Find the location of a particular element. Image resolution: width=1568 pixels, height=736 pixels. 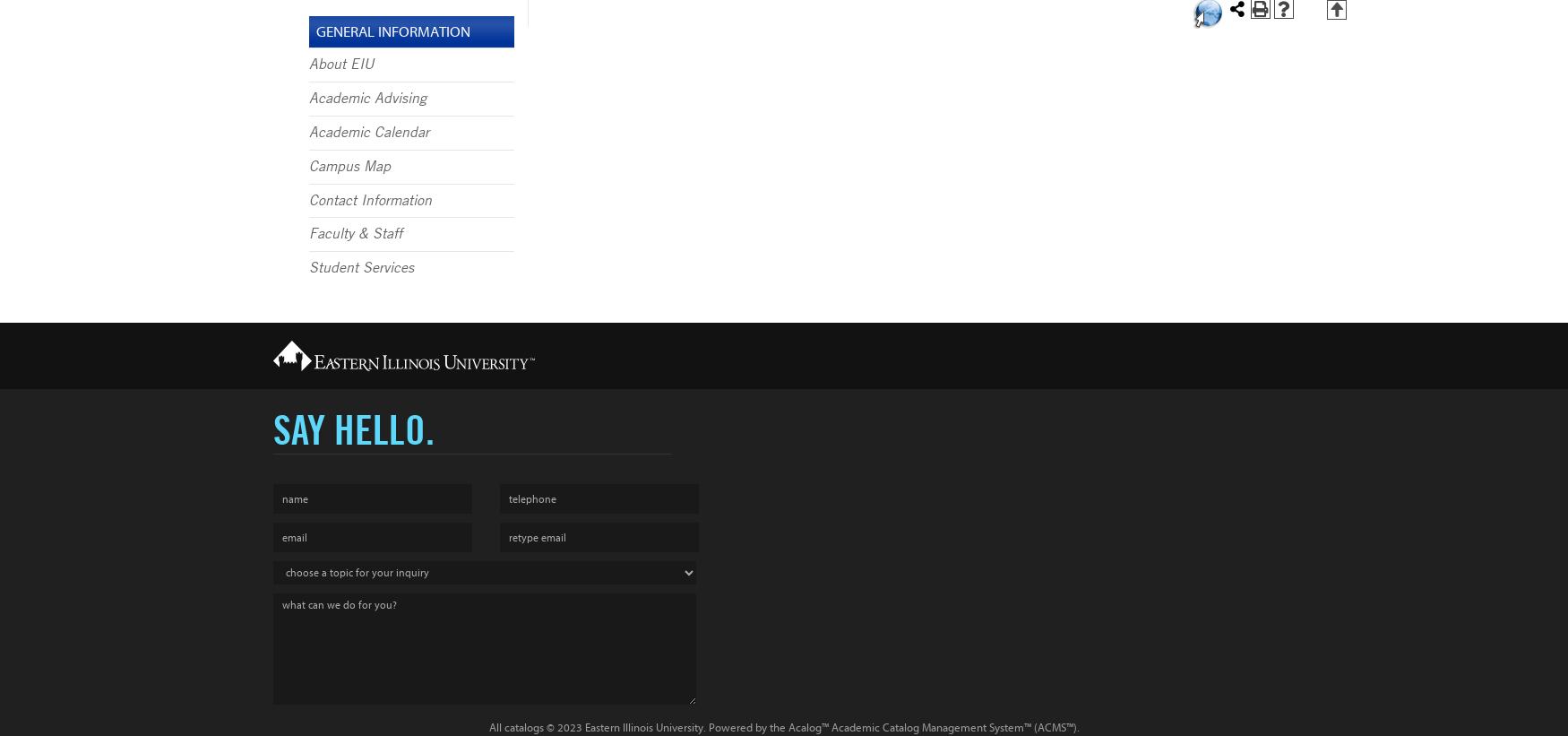

'Campus Map' is located at coordinates (349, 164).